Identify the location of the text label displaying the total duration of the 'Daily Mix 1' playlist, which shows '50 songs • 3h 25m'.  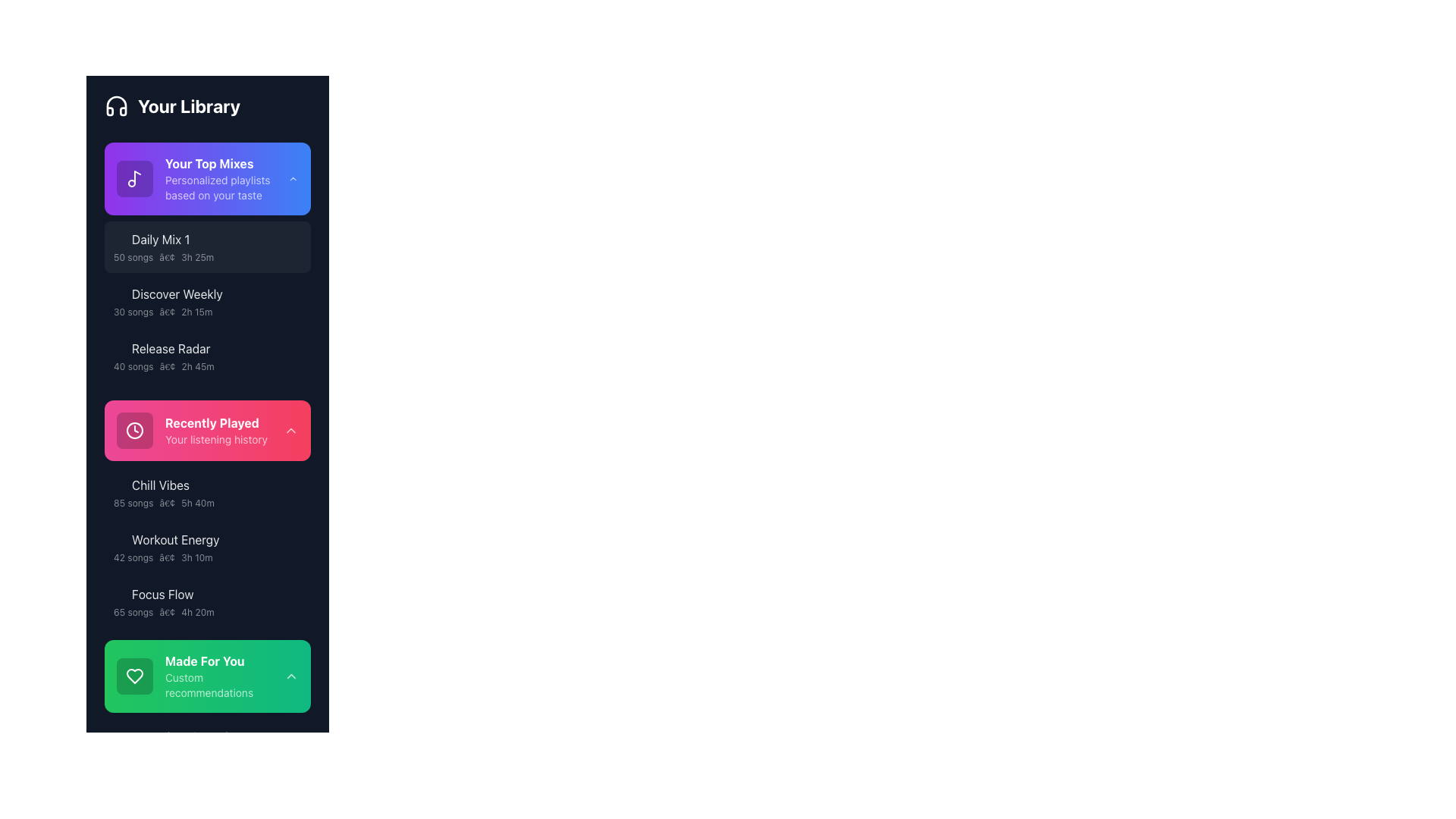
(196, 256).